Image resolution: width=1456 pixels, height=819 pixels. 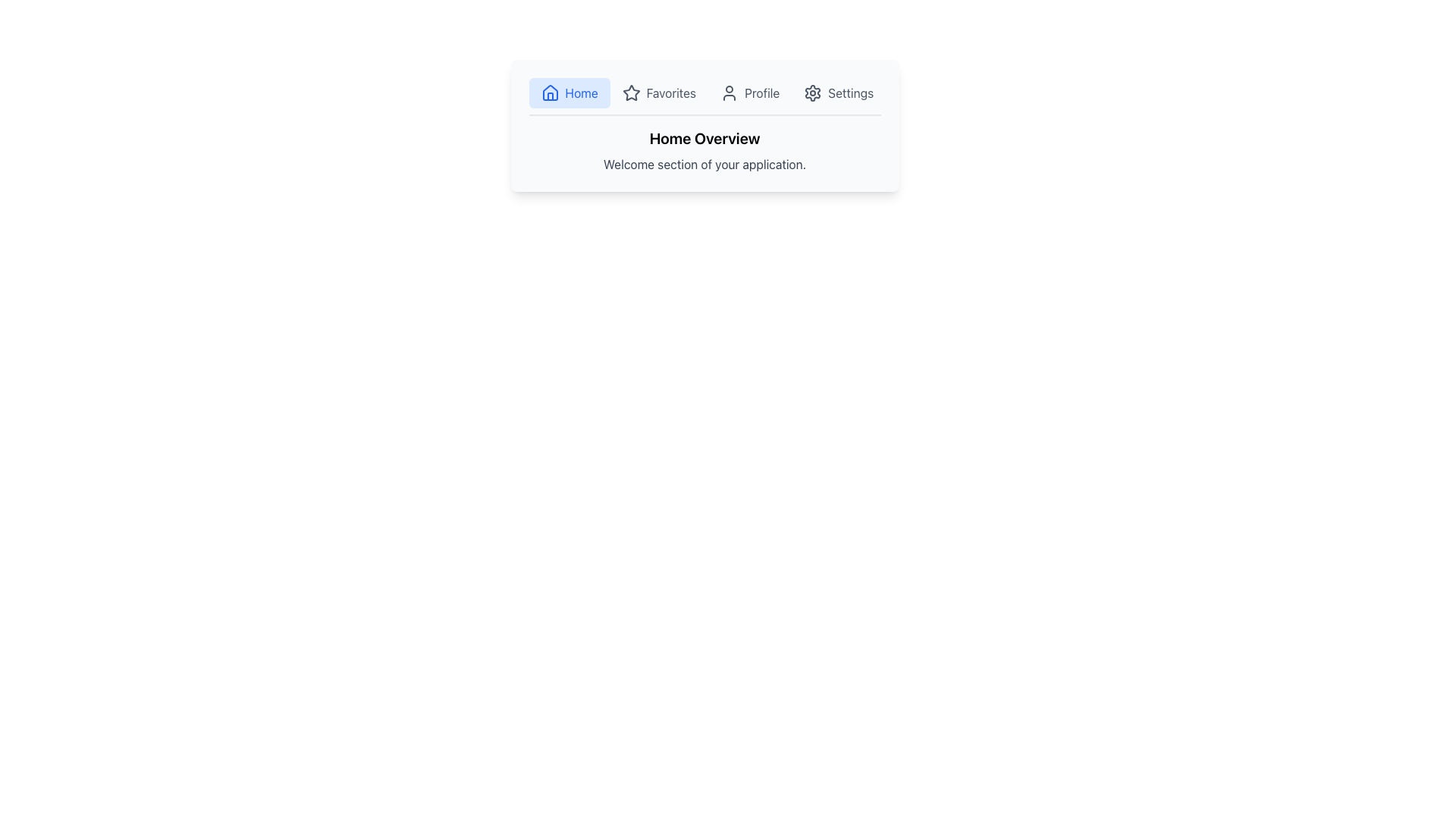 I want to click on the house-shaped icon located in the navigation menu at the top left, next to the 'Home' label, so click(x=549, y=93).